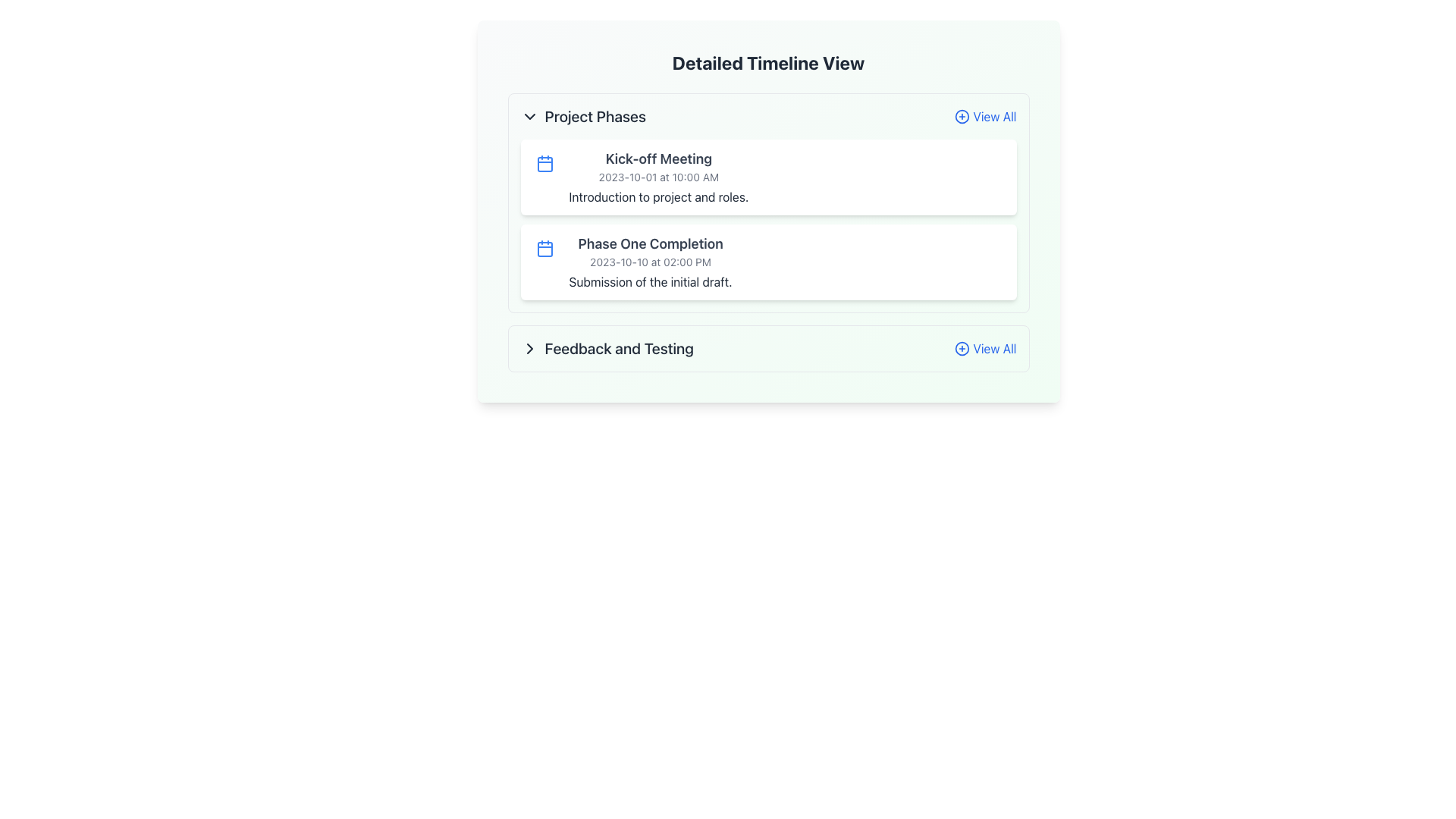 This screenshot has width=1456, height=819. Describe the element at coordinates (961, 348) in the screenshot. I see `the icon on the right side of the 'View All' button in the 'Feedback and Testing' section` at that location.